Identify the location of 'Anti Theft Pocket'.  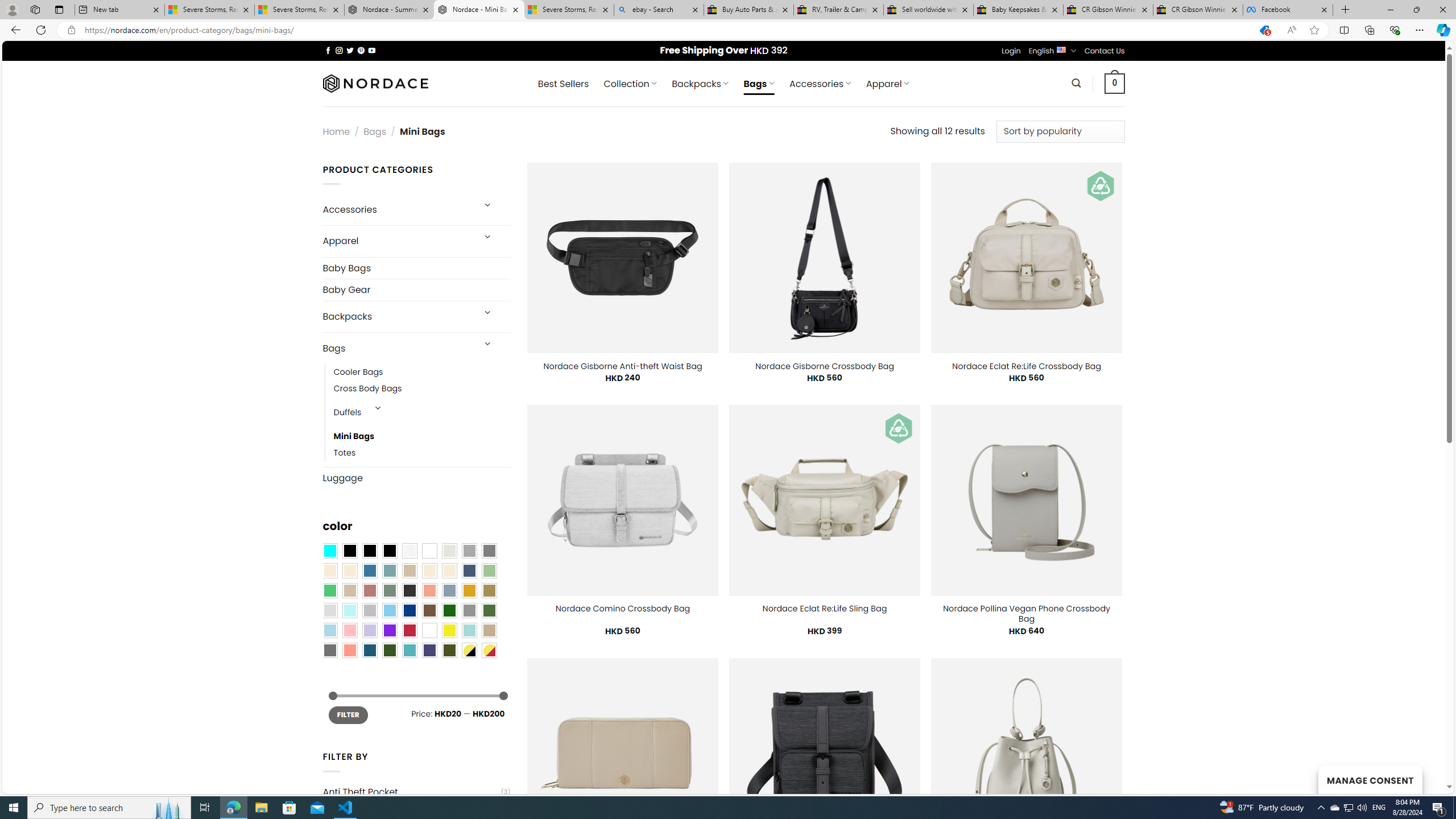
(411, 791).